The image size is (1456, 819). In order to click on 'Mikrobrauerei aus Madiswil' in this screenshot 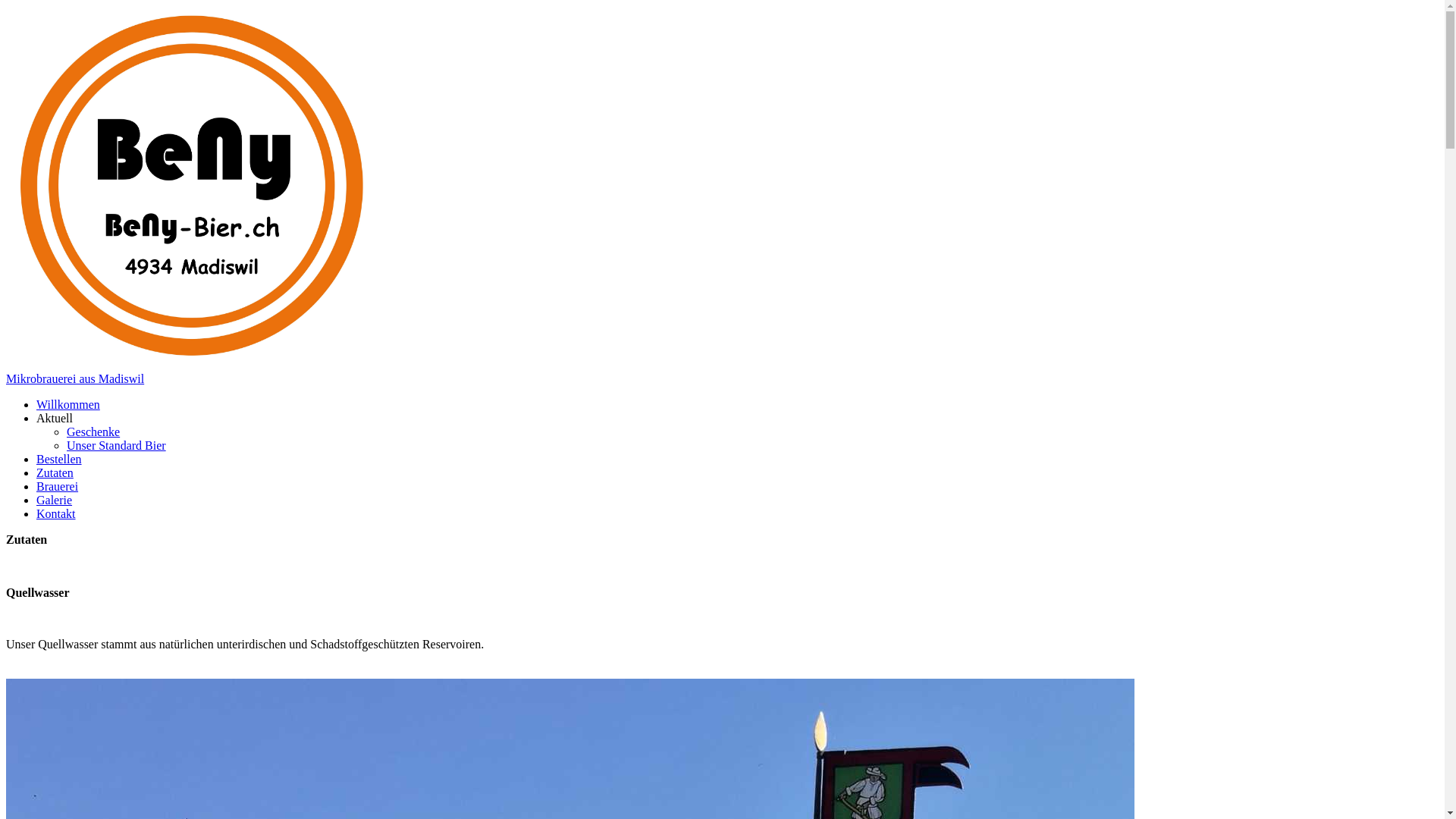, I will do `click(74, 377)`.